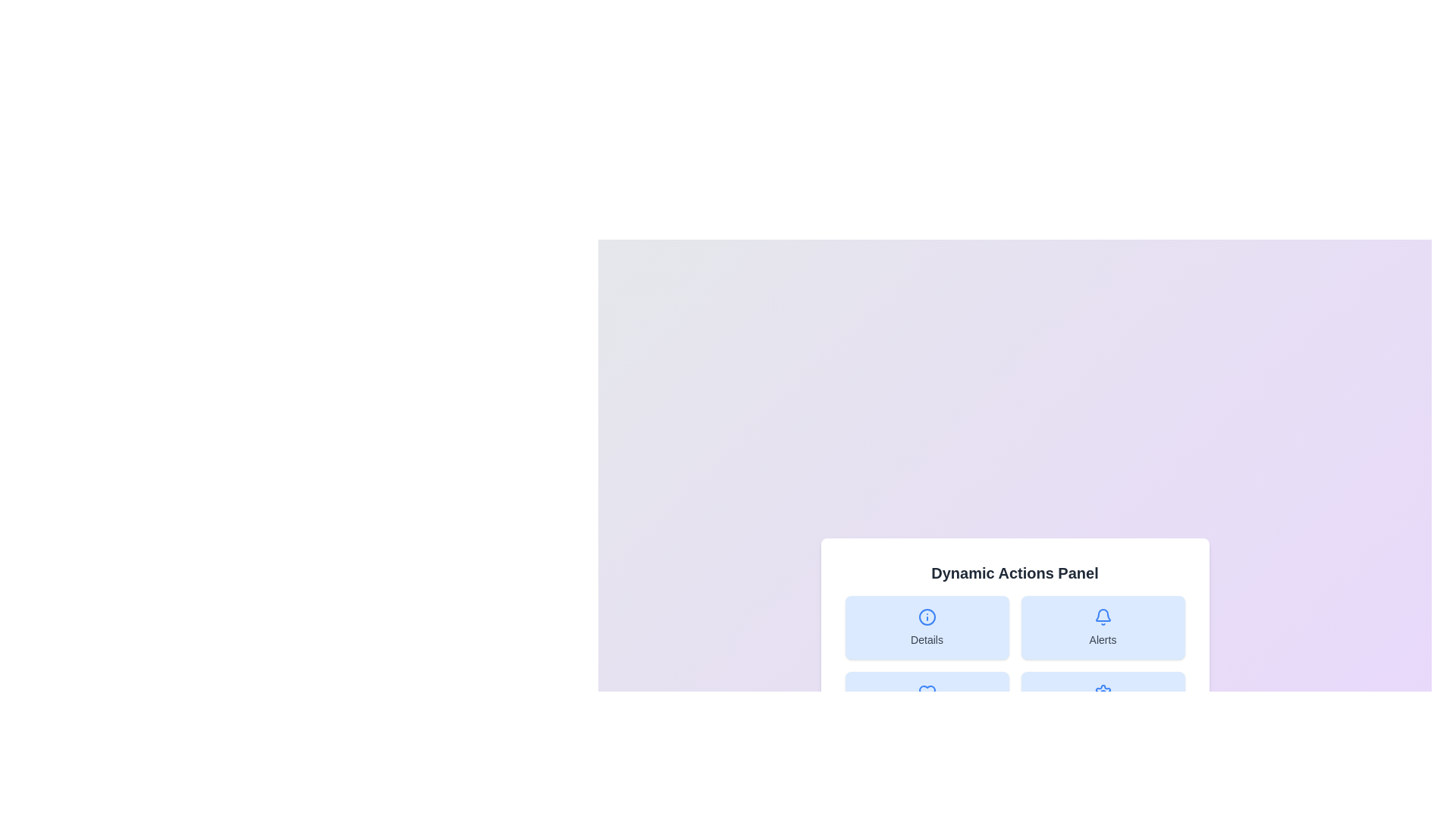  I want to click on the circular icon element that is part of an SVG graphic, centrally positioned within an information symbol on the interactive interface panel, so click(926, 617).